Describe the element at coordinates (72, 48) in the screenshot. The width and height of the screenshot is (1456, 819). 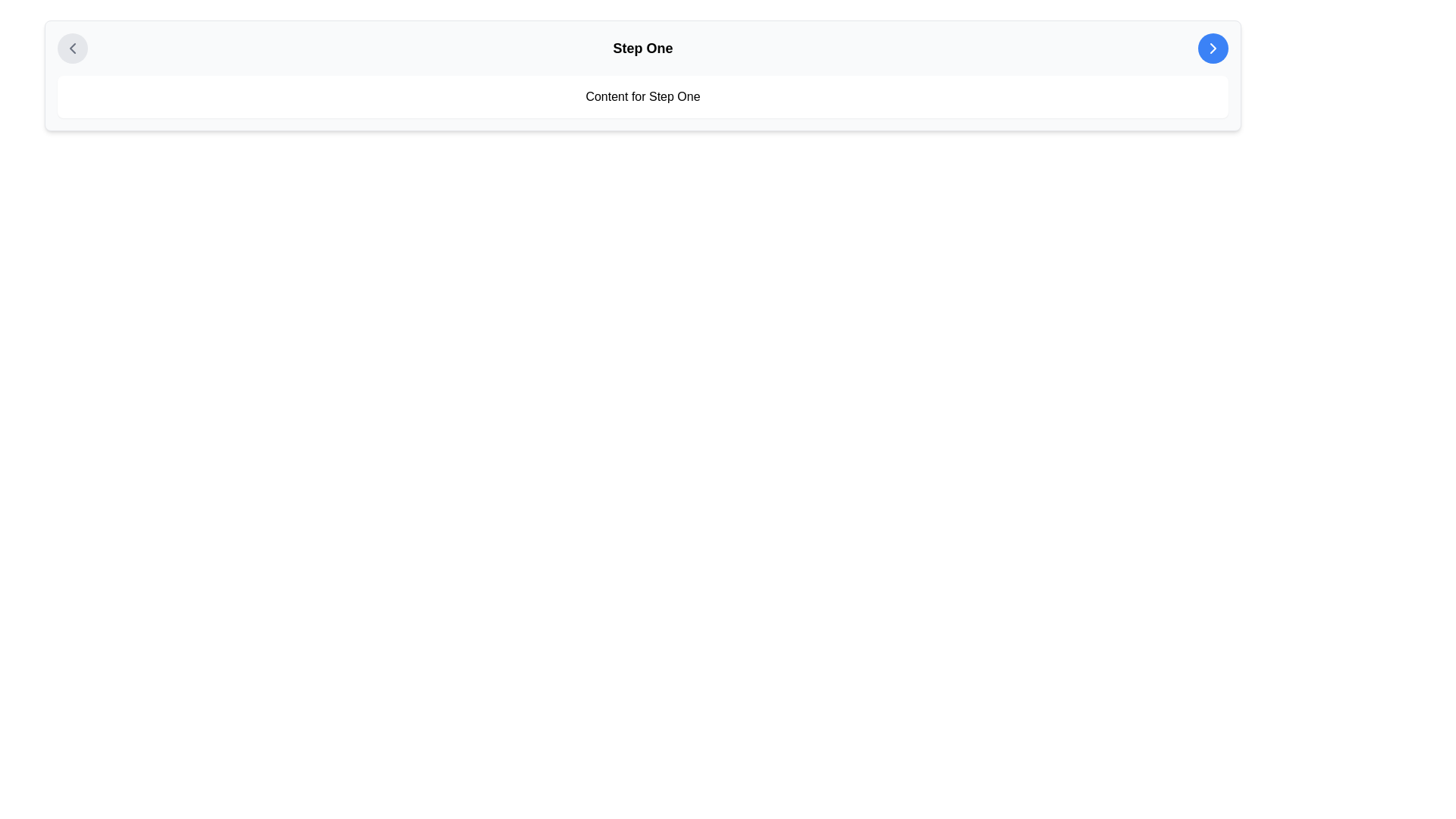
I see `the left-pointing chevron button that navigates to the previous step or page` at that location.